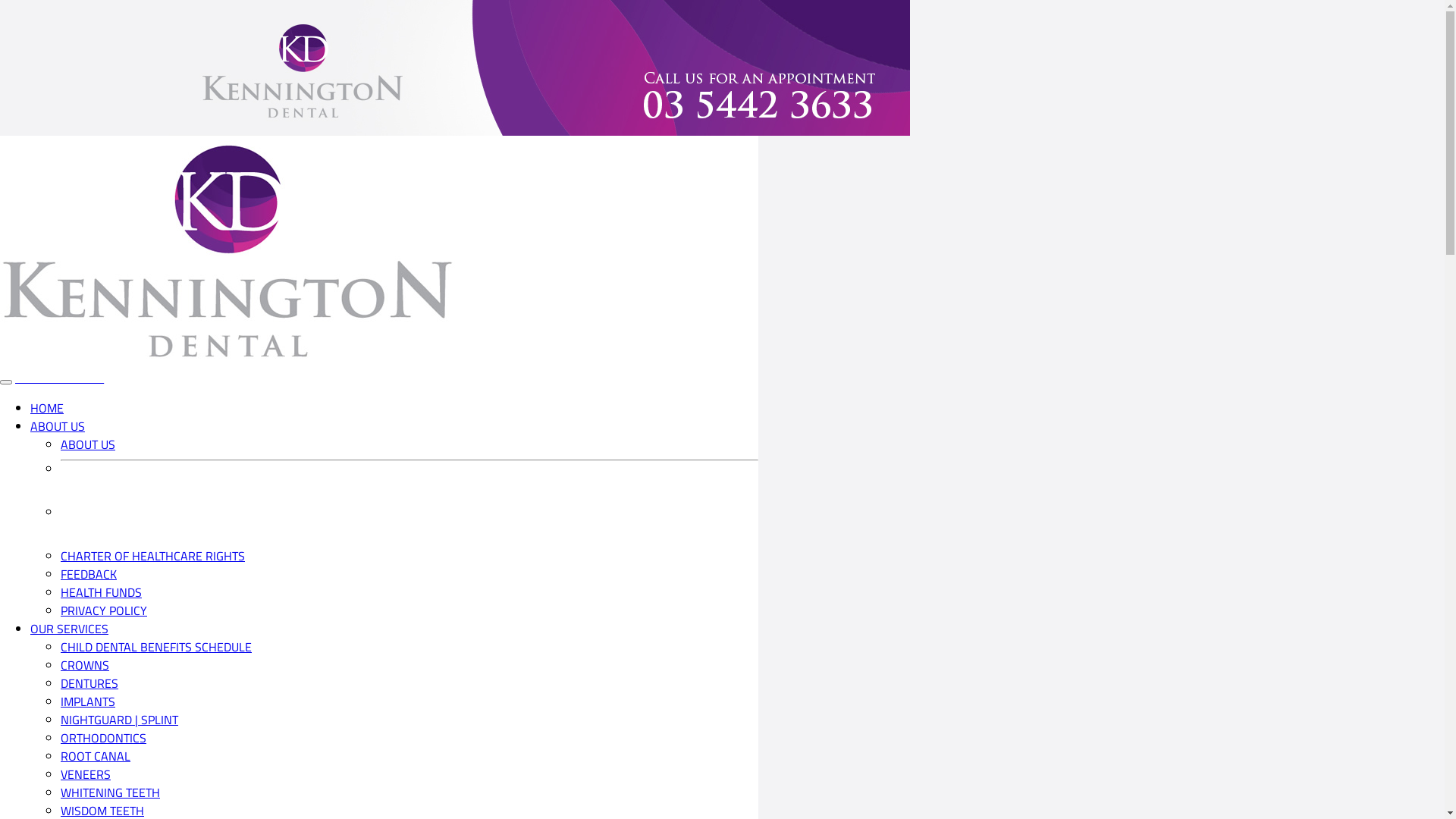 This screenshot has height=819, width=1456. What do you see at coordinates (89, 683) in the screenshot?
I see `'DENTURES'` at bounding box center [89, 683].